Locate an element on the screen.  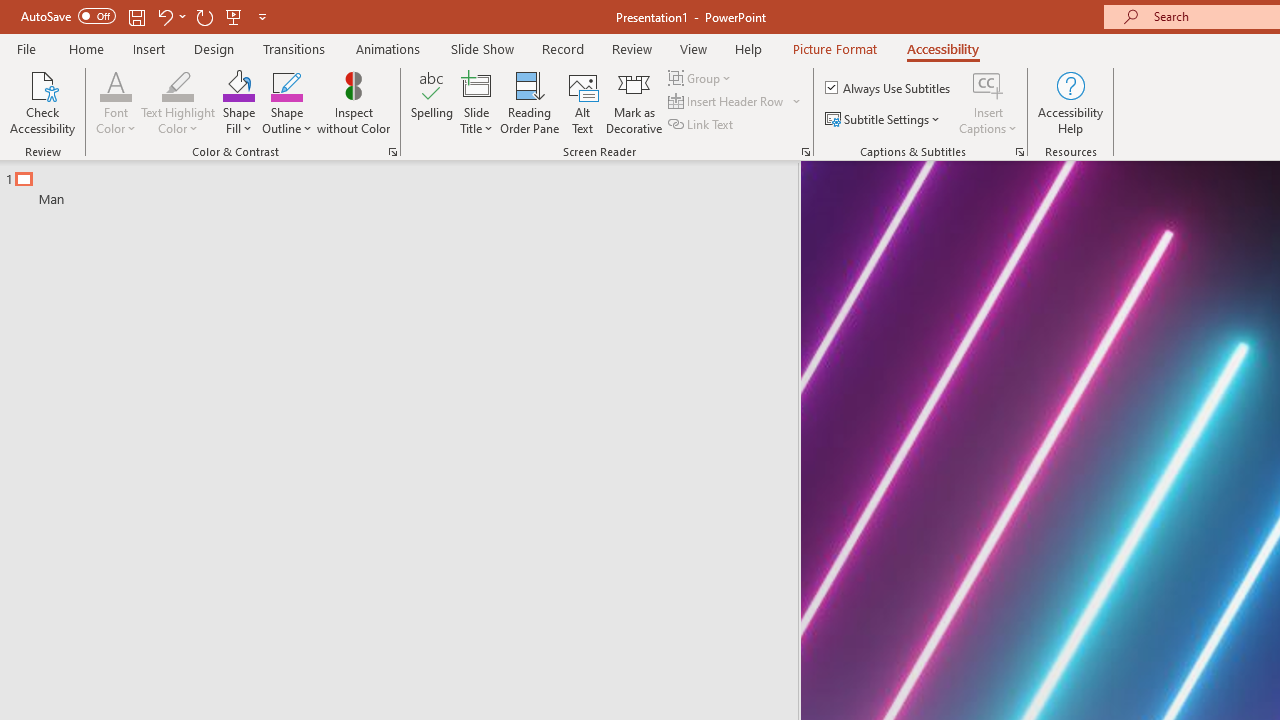
'Text Highlight Color' is located at coordinates (178, 103).